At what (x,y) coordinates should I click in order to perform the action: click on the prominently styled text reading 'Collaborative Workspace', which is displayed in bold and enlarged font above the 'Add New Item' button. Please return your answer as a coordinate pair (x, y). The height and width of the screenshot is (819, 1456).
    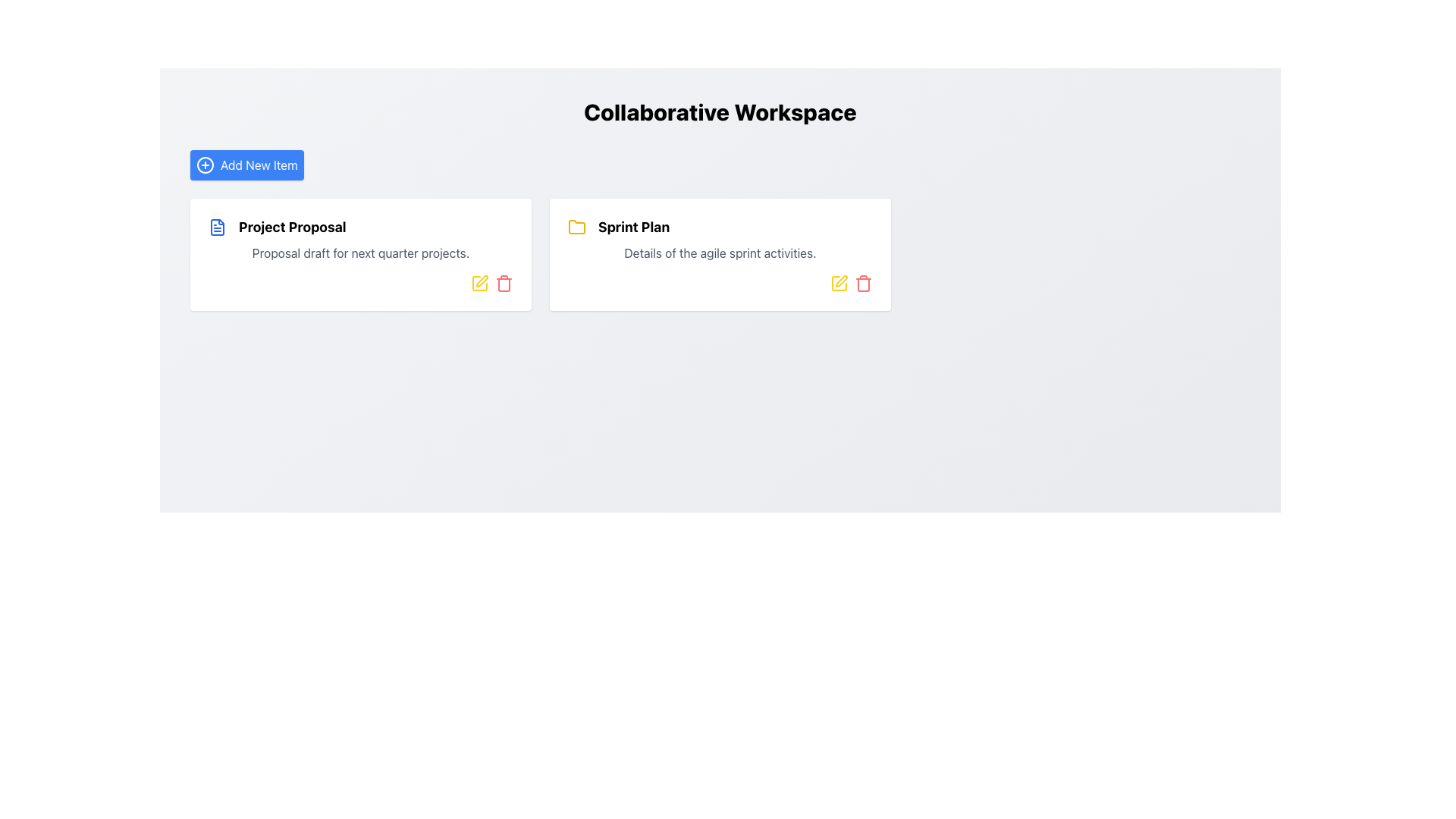
    Looking at the image, I should click on (720, 111).